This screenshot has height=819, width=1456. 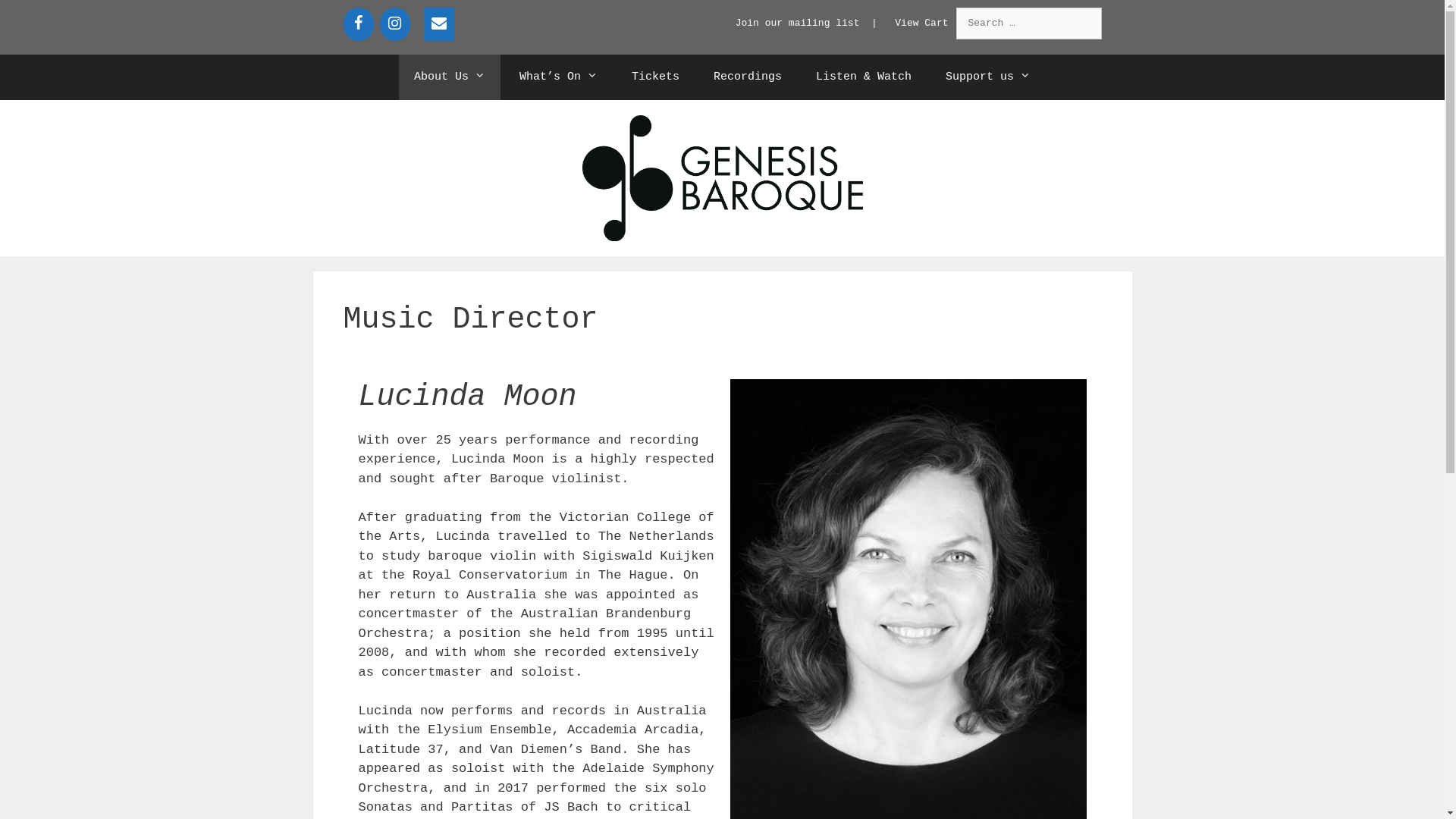 I want to click on 'Facebook', so click(x=356, y=24).